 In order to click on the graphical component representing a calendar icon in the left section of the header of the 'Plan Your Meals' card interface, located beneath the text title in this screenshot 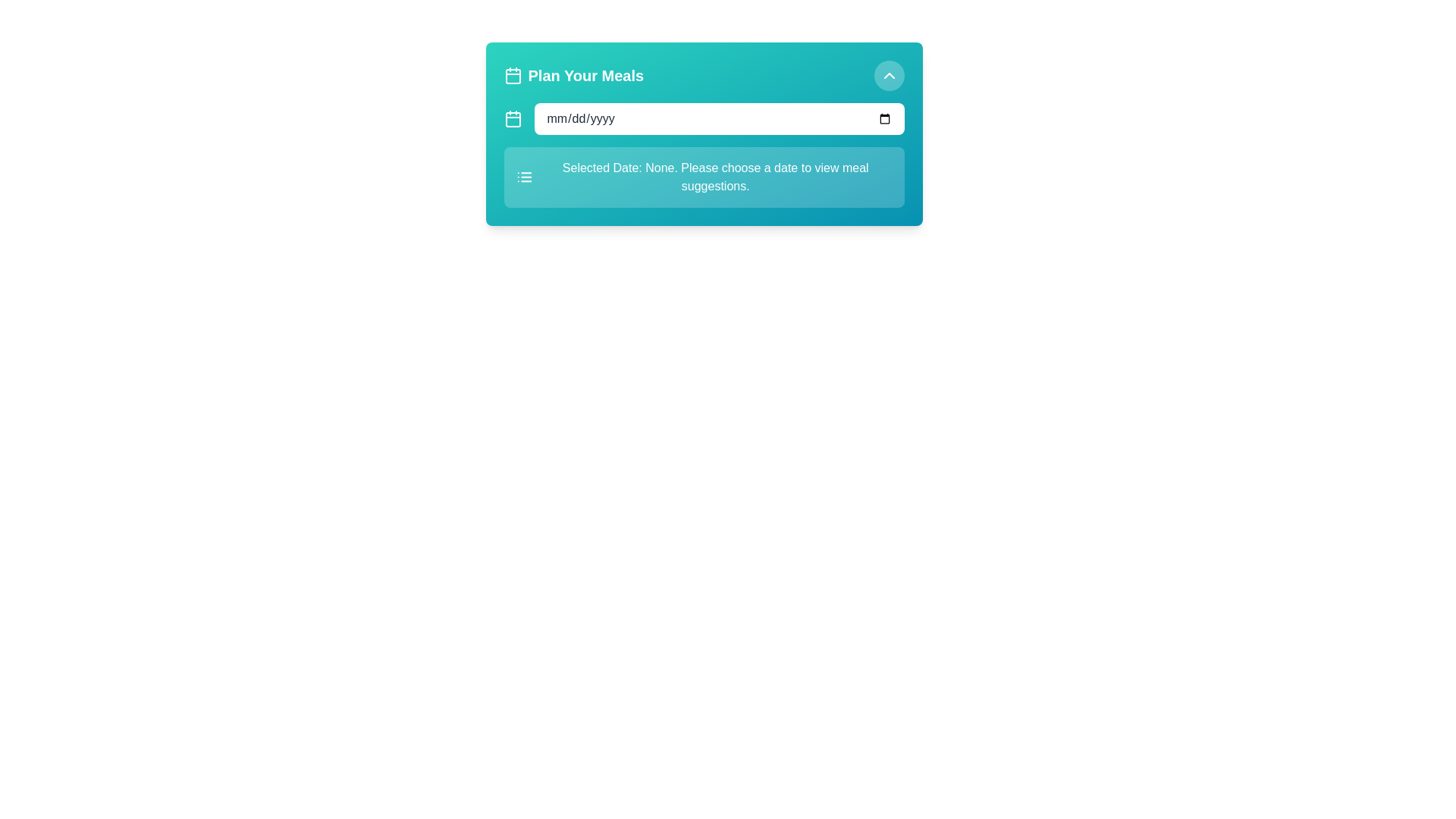, I will do `click(513, 76)`.